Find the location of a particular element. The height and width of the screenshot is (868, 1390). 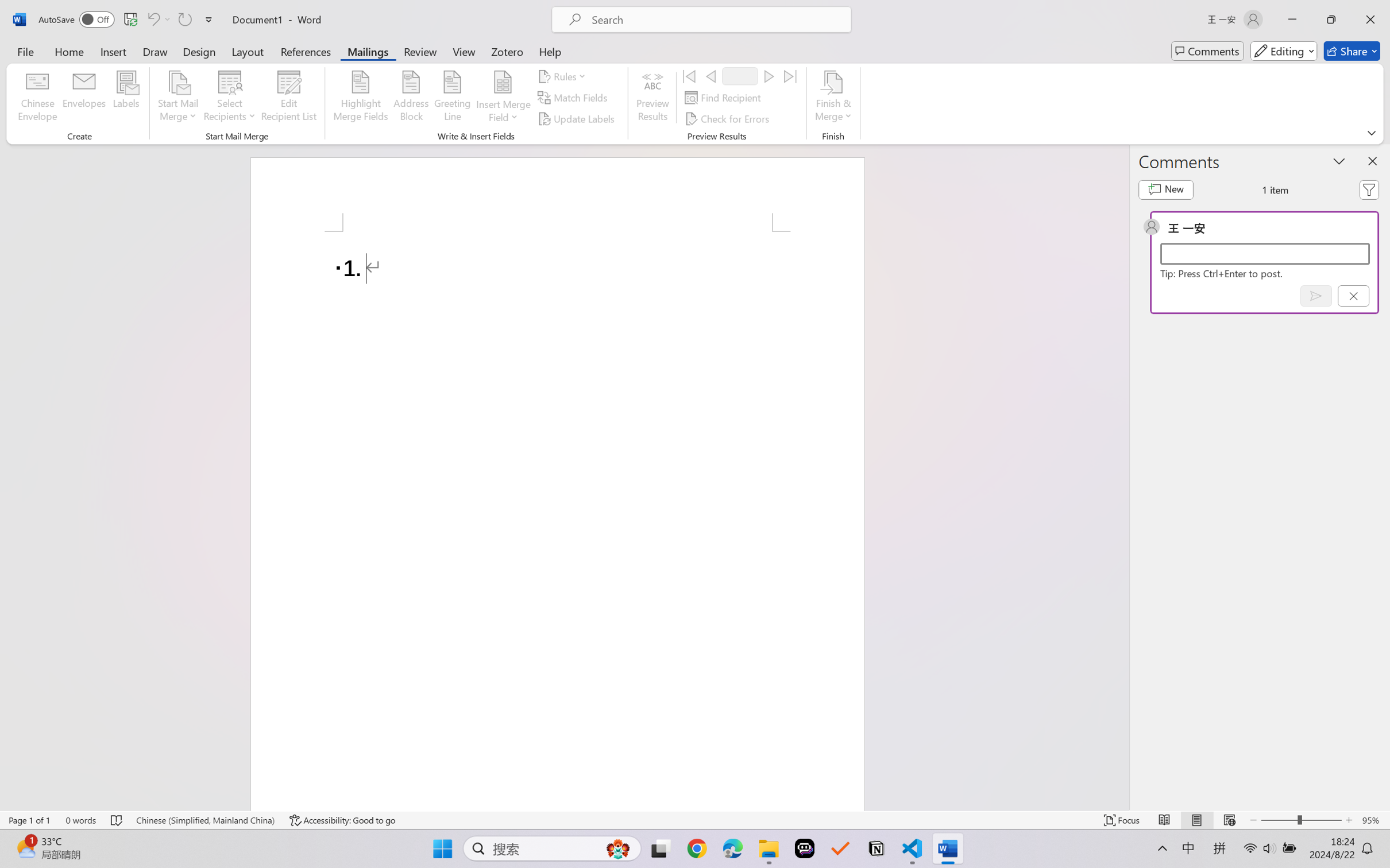

'Address Block...' is located at coordinates (411, 98).